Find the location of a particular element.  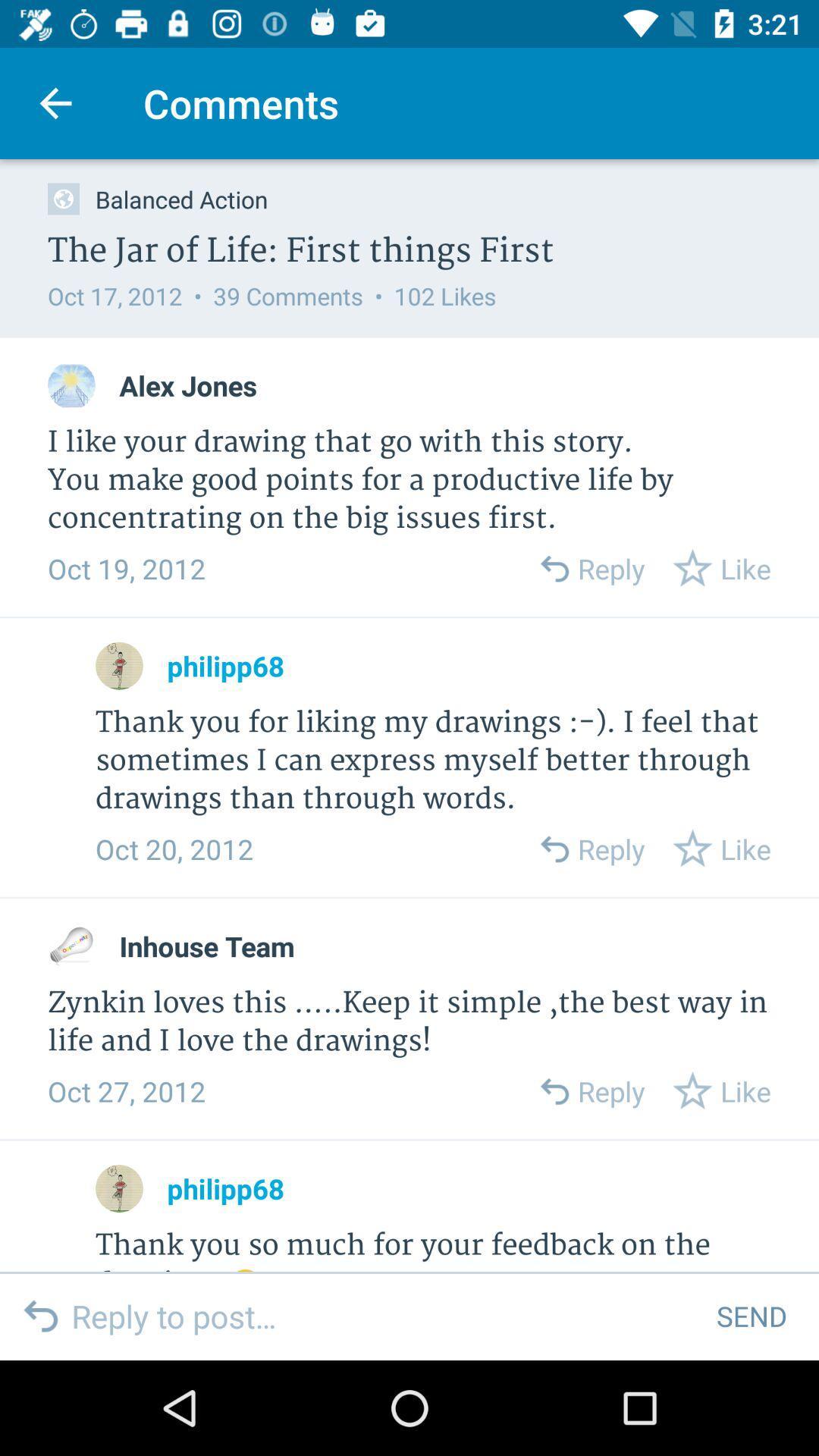

the i like your item is located at coordinates (409, 480).